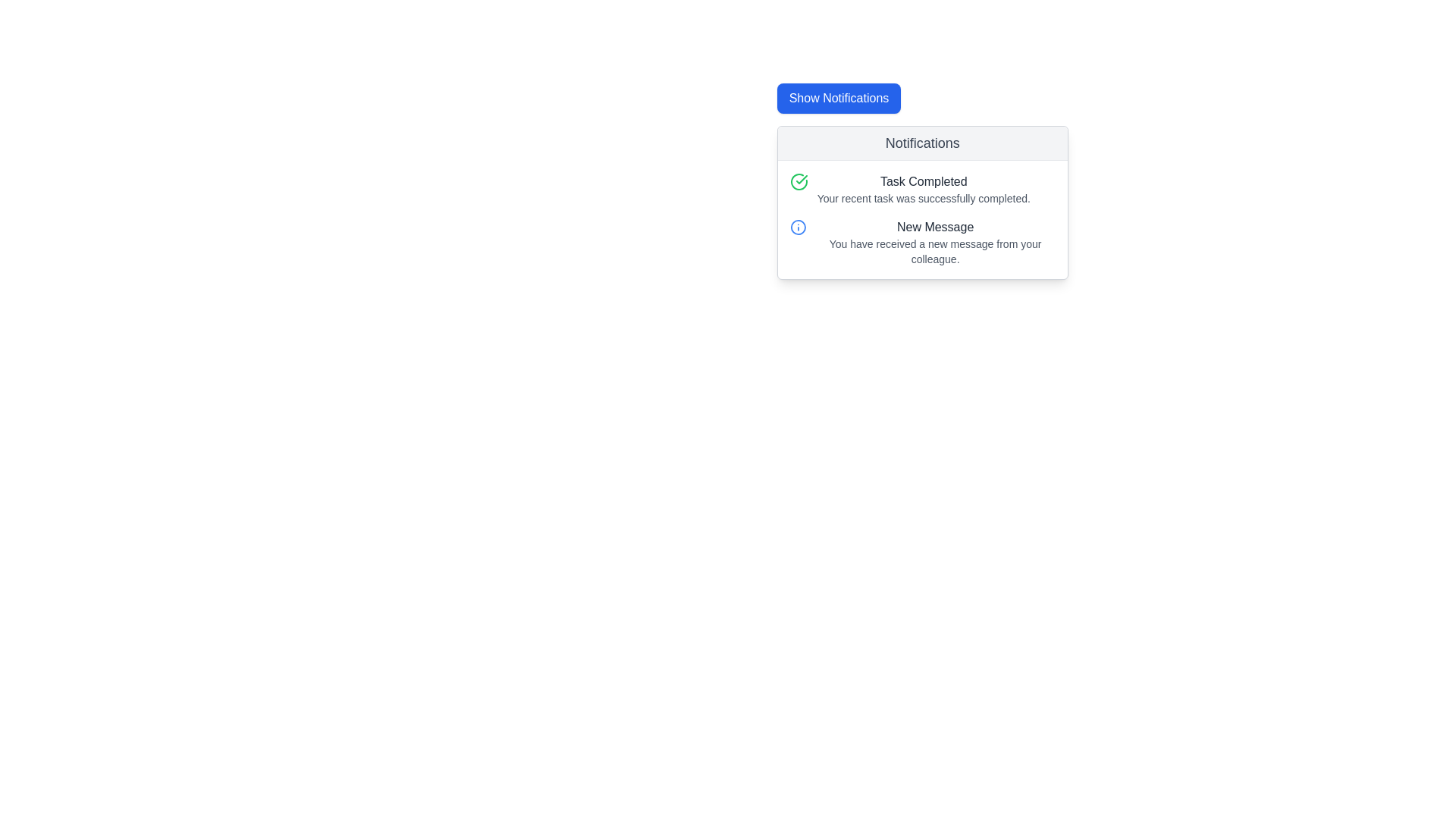 The height and width of the screenshot is (819, 1456). What do you see at coordinates (923, 180) in the screenshot?
I see `the bold gray text reading 'Task Completed' which is the first line in the notification section of the card` at bounding box center [923, 180].